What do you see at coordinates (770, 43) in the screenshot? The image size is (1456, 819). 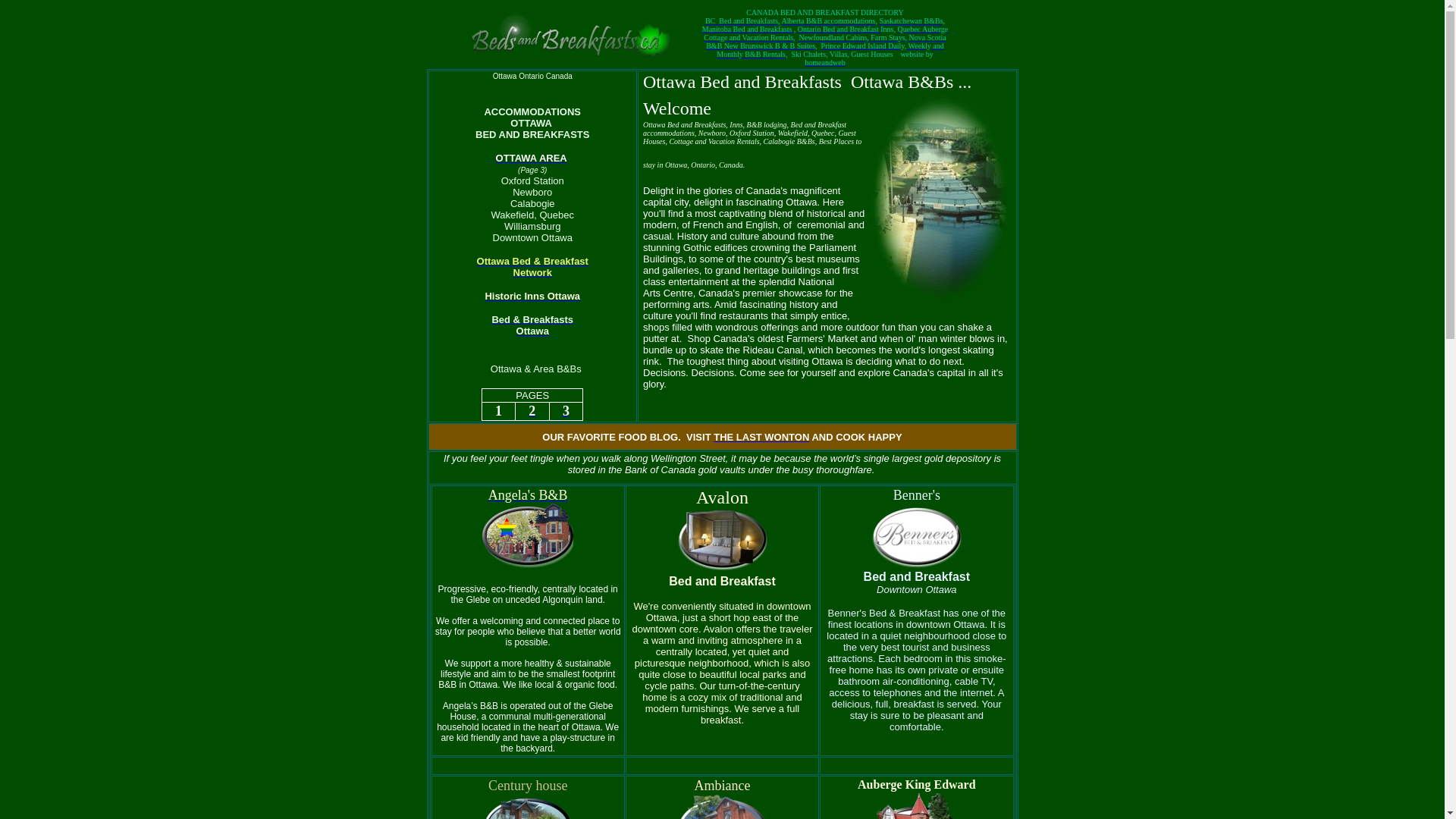 I see `'New Brunswick B & B Suites,'` at bounding box center [770, 43].